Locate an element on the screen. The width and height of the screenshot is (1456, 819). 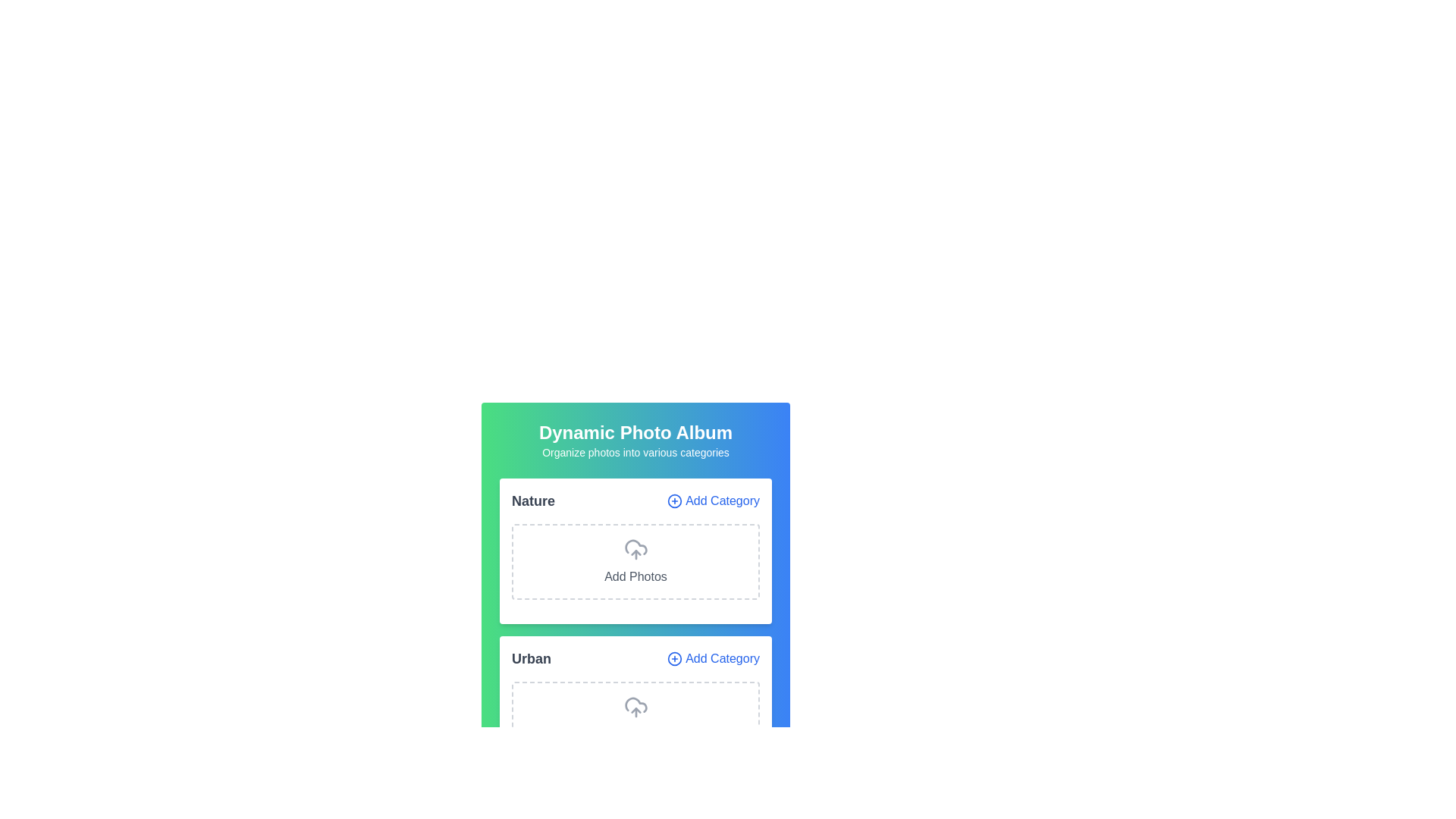
the 'Add Photos' button with a cloud upload icon and dashed border located in the 'Nature' category section to upload photos is located at coordinates (635, 561).